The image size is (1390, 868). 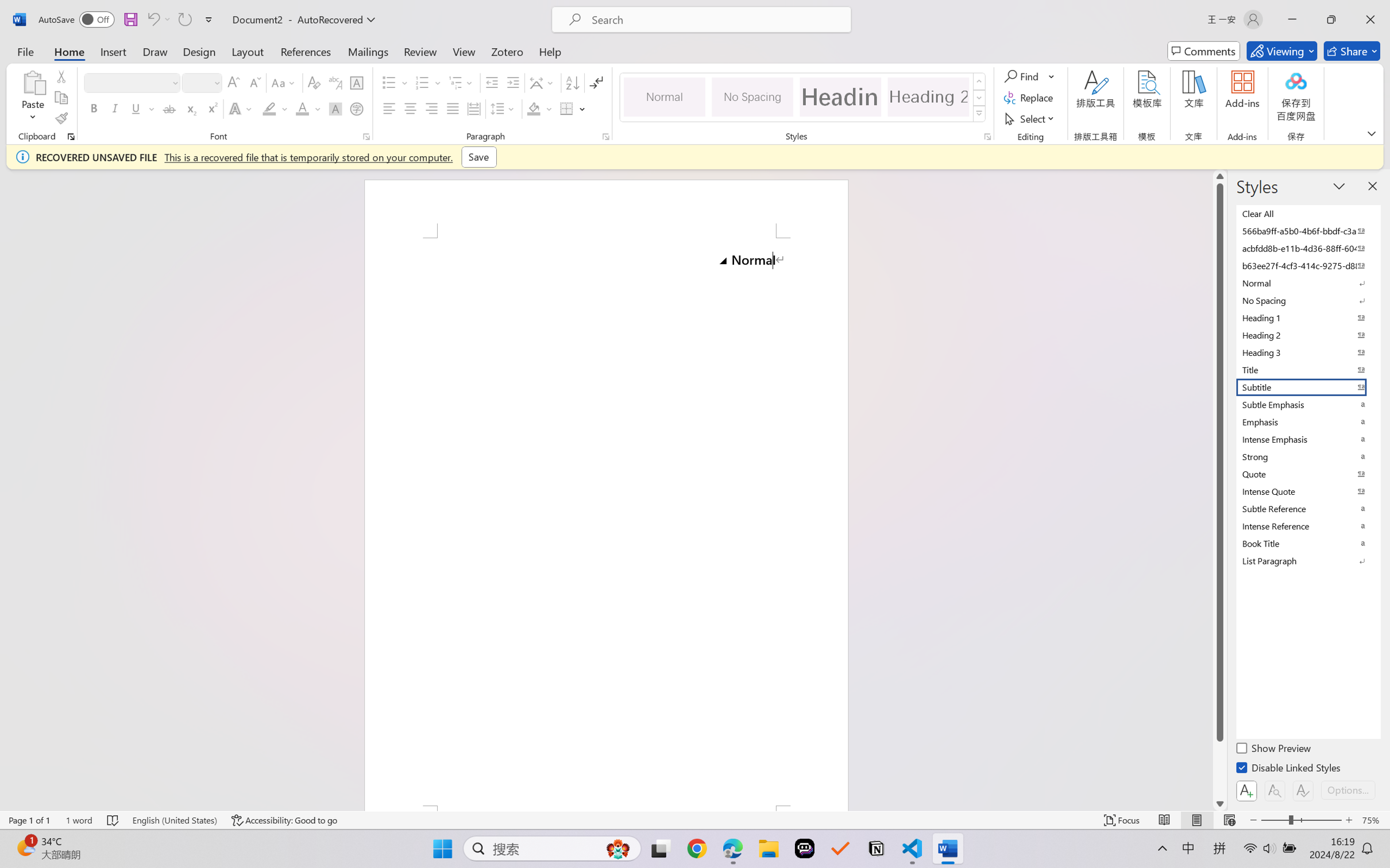 I want to click on 'List Paragraph', so click(x=1307, y=560).